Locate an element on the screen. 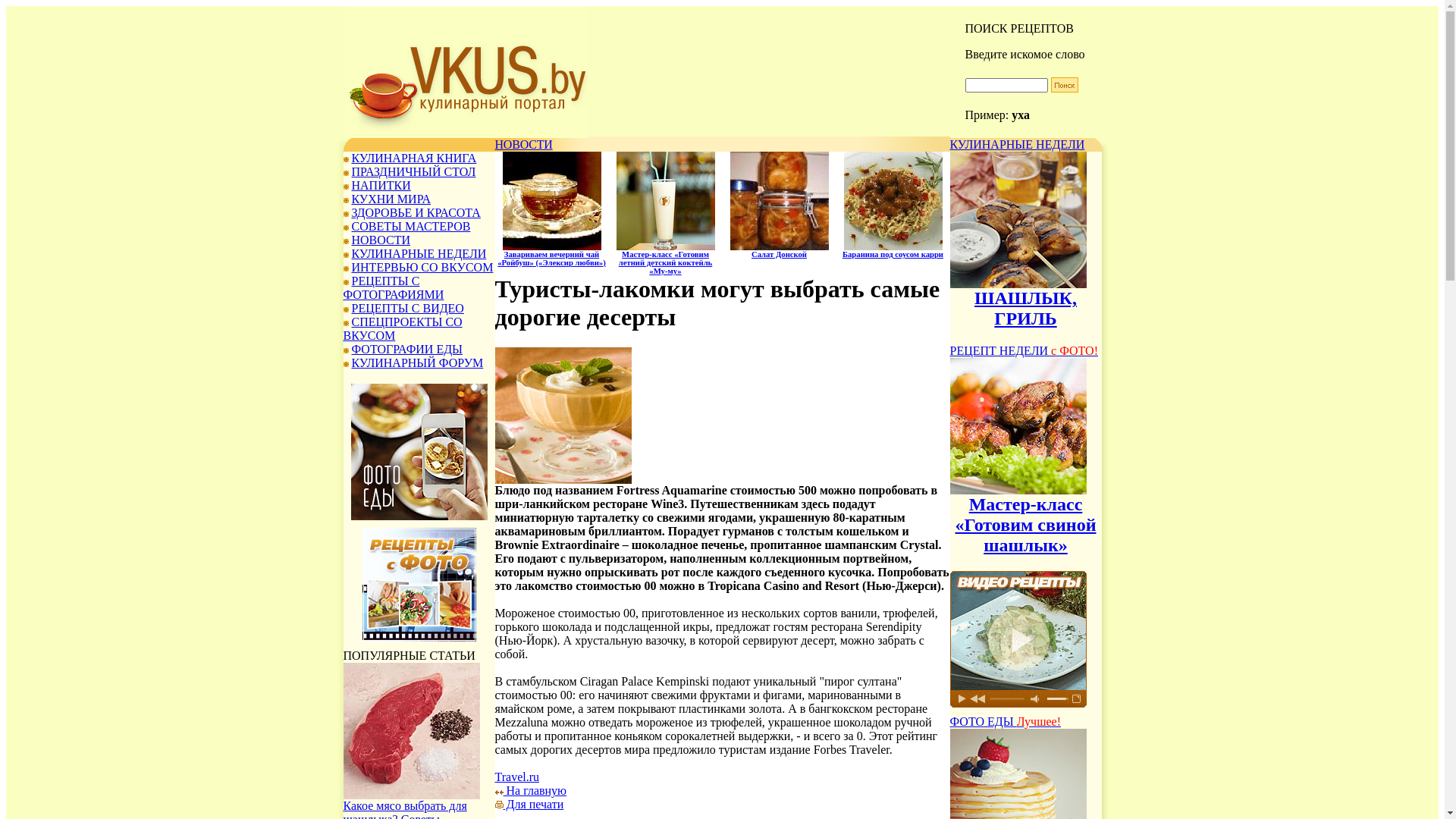 The height and width of the screenshot is (819, 1456). 'Travel.ru' is located at coordinates (516, 777).